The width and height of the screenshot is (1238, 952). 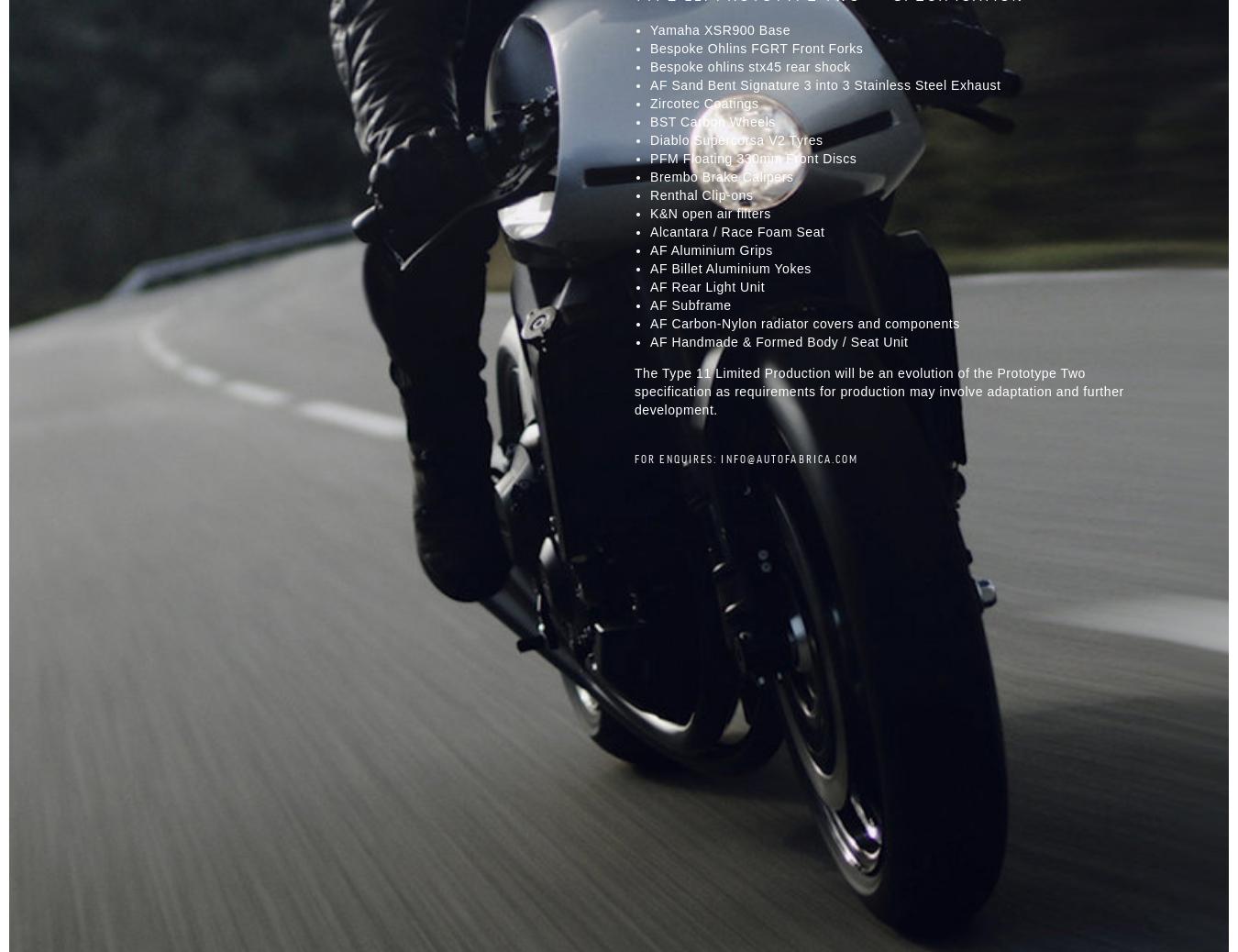 I want to click on 'AF Subframe', so click(x=690, y=304).